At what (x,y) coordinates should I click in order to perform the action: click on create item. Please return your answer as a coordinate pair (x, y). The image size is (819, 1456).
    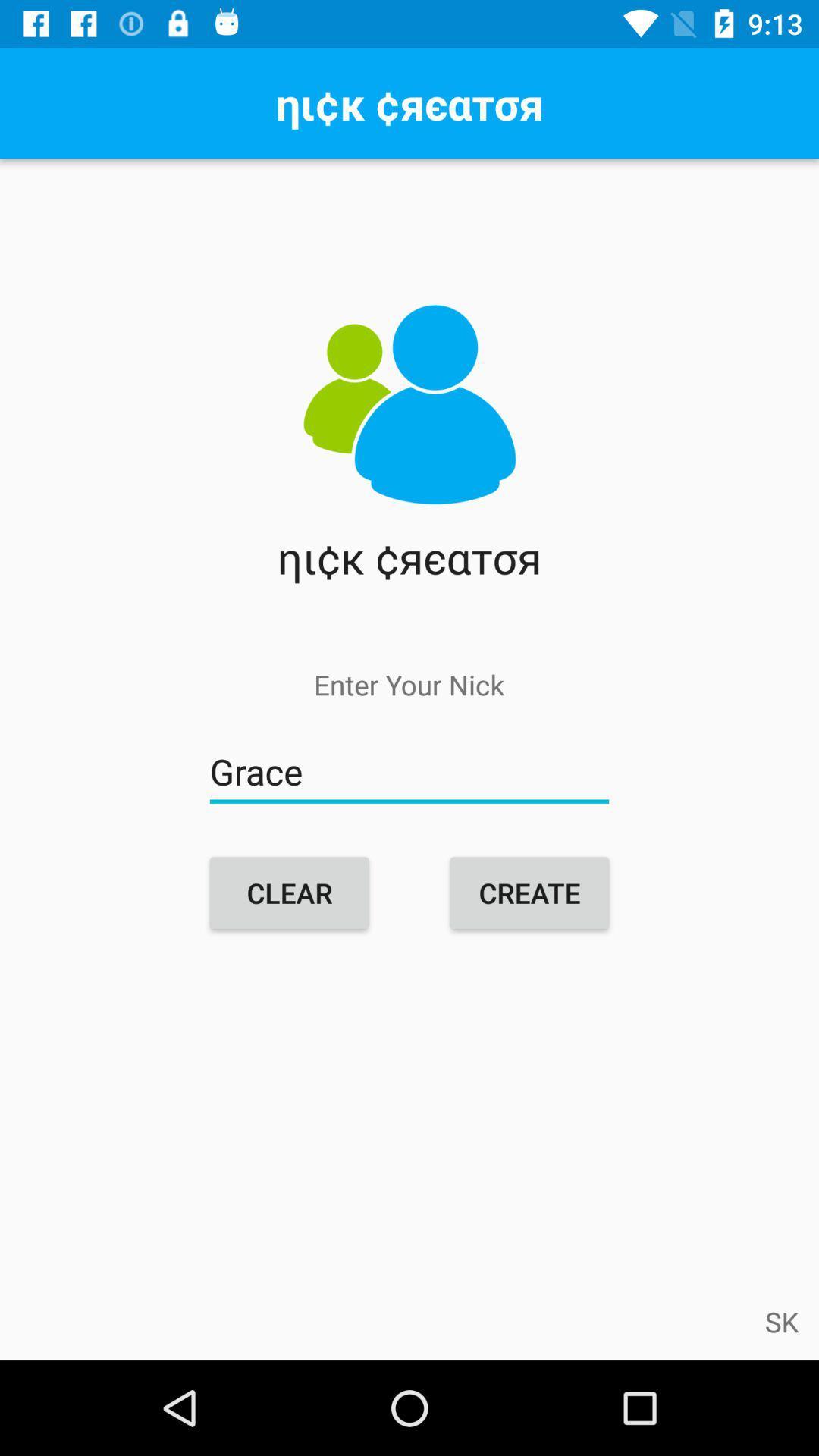
    Looking at the image, I should click on (529, 893).